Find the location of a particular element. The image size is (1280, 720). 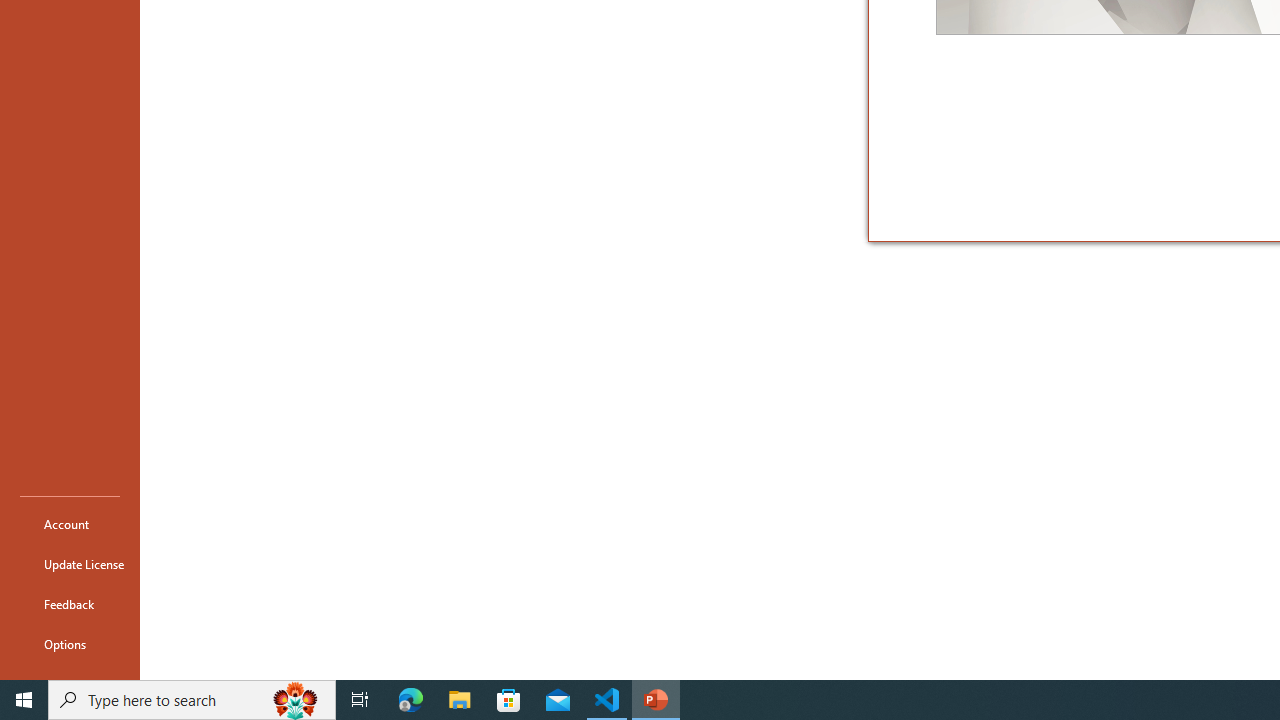

'Account' is located at coordinates (69, 523).